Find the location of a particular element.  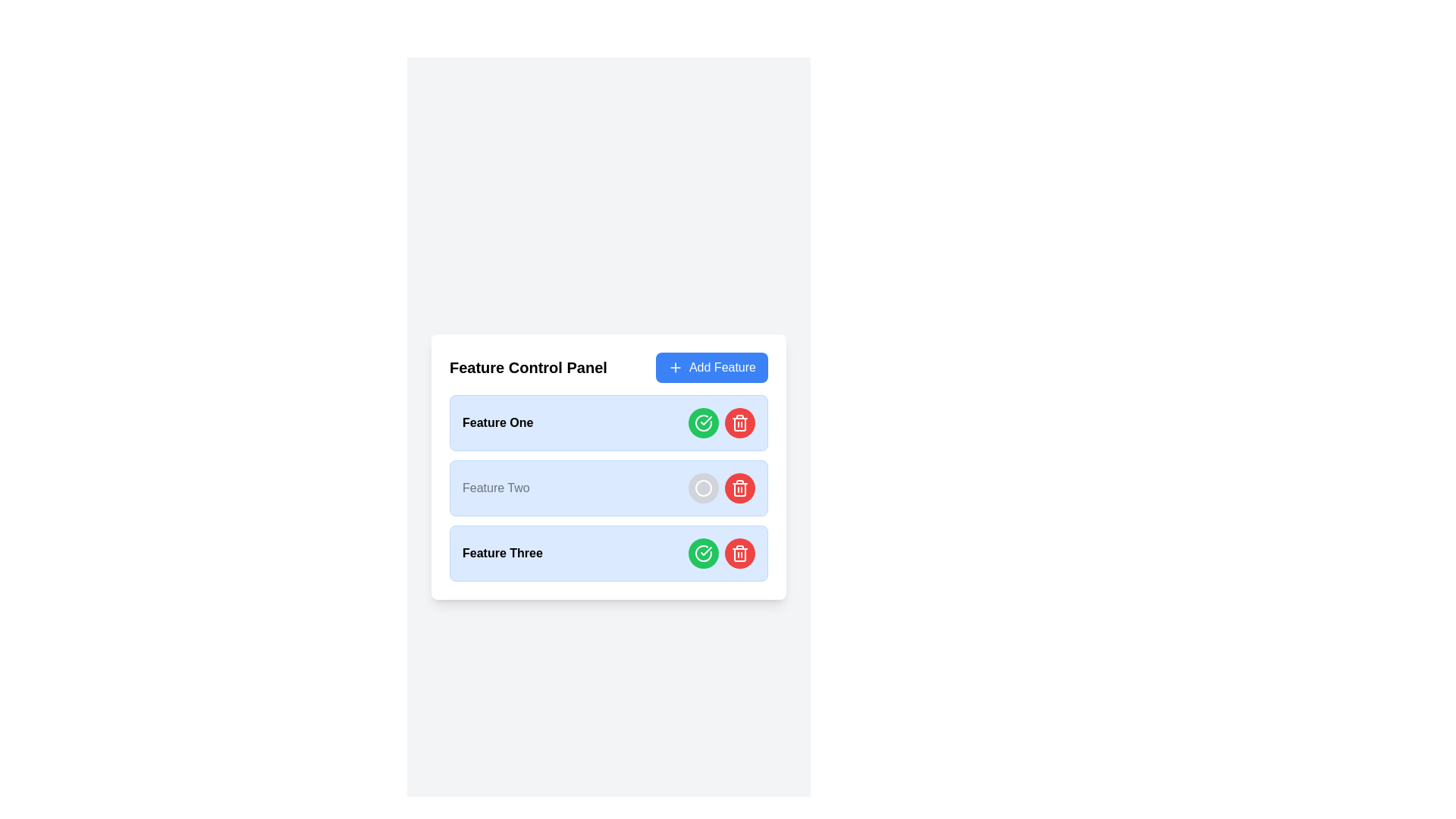

the delete button located to the right of the green check button in the row for 'Feature Three' is located at coordinates (739, 553).